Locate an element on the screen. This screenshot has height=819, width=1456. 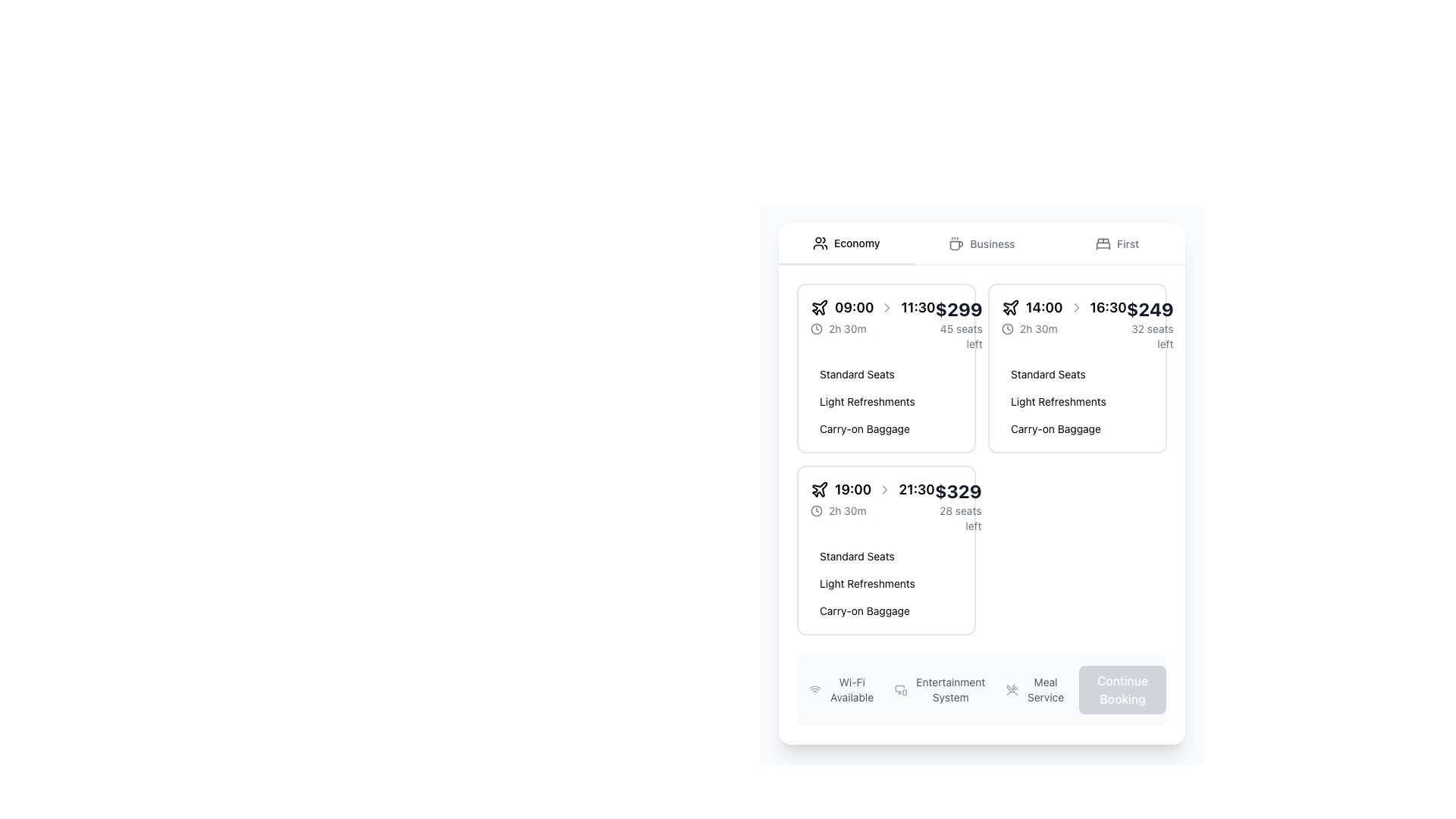
the arrival time text element located to the right of the '09:00' time element in the flight information card is located at coordinates (917, 307).